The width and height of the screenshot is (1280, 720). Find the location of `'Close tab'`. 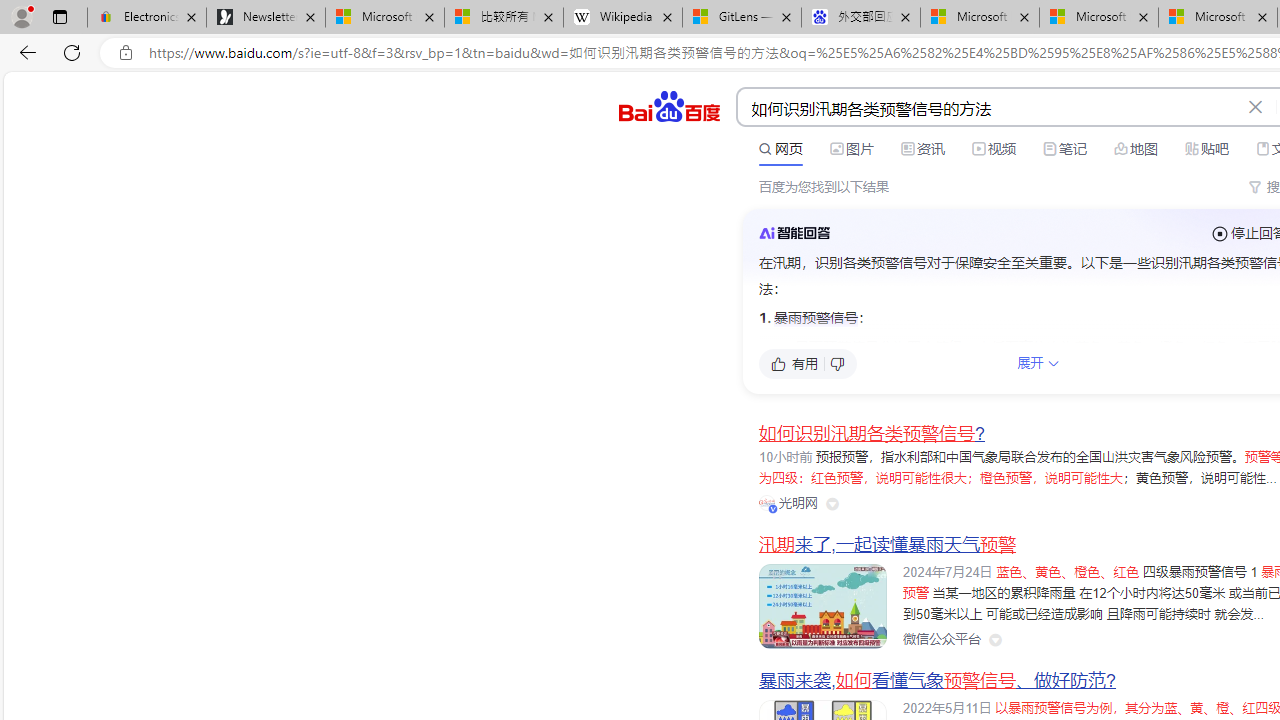

'Close tab' is located at coordinates (1261, 17).